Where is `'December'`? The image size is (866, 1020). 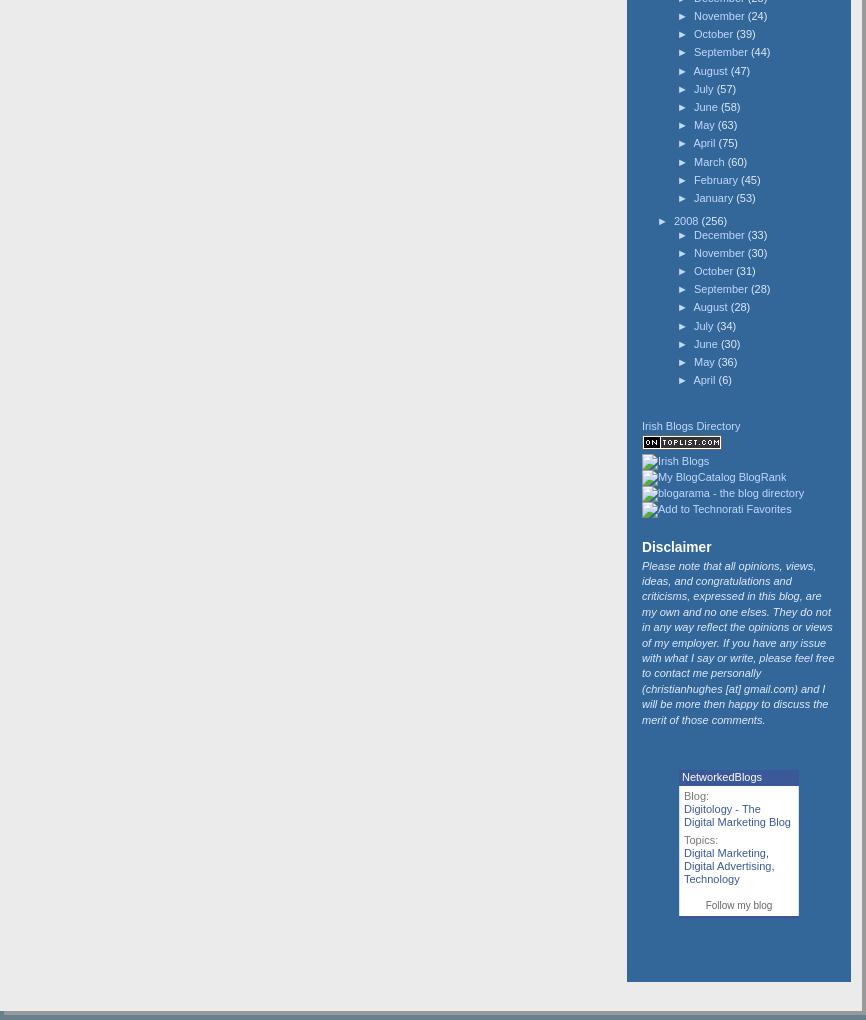
'December' is located at coordinates (719, 233).